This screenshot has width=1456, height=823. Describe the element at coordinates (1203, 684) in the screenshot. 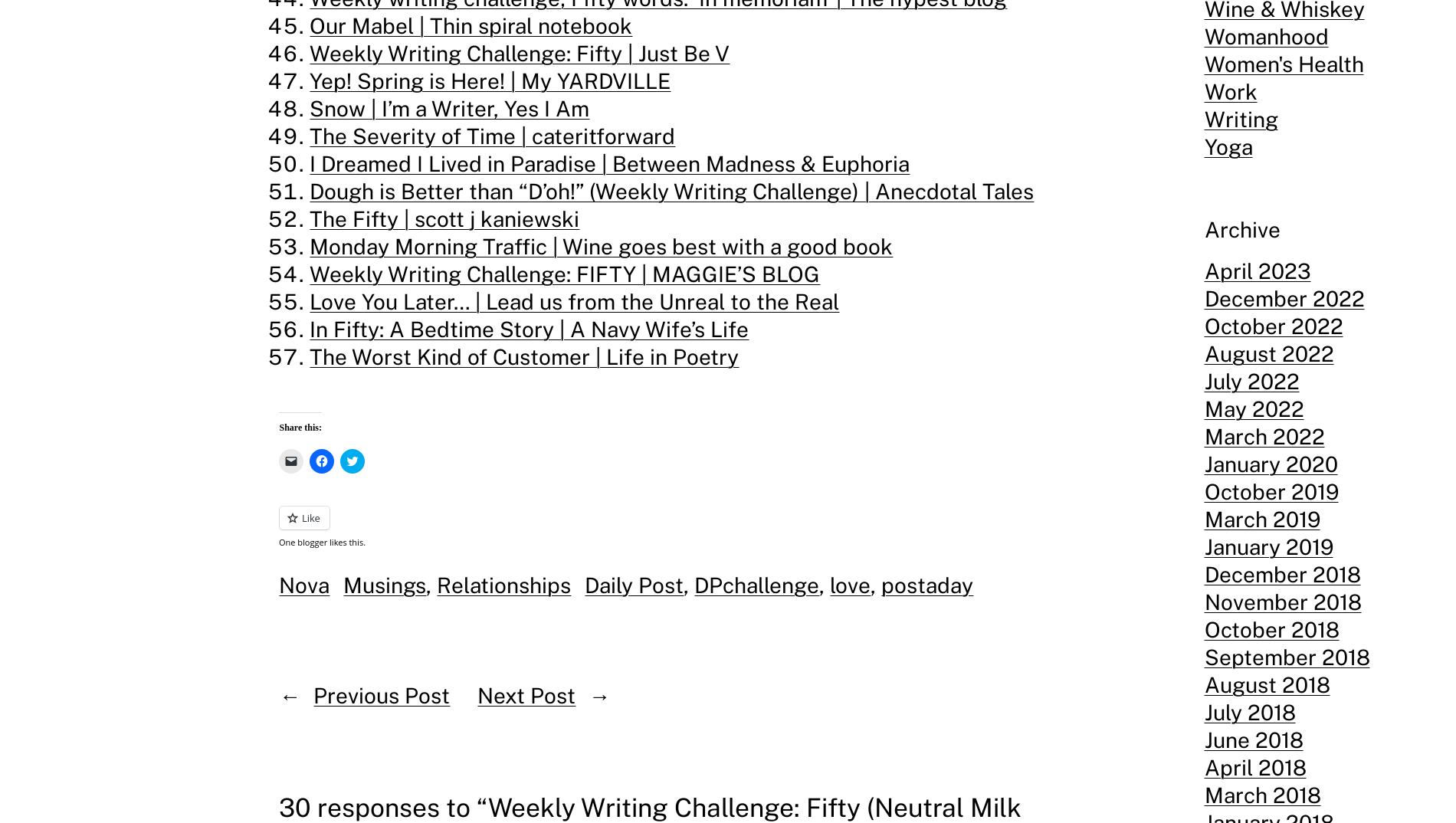

I see `'August 2018'` at that location.